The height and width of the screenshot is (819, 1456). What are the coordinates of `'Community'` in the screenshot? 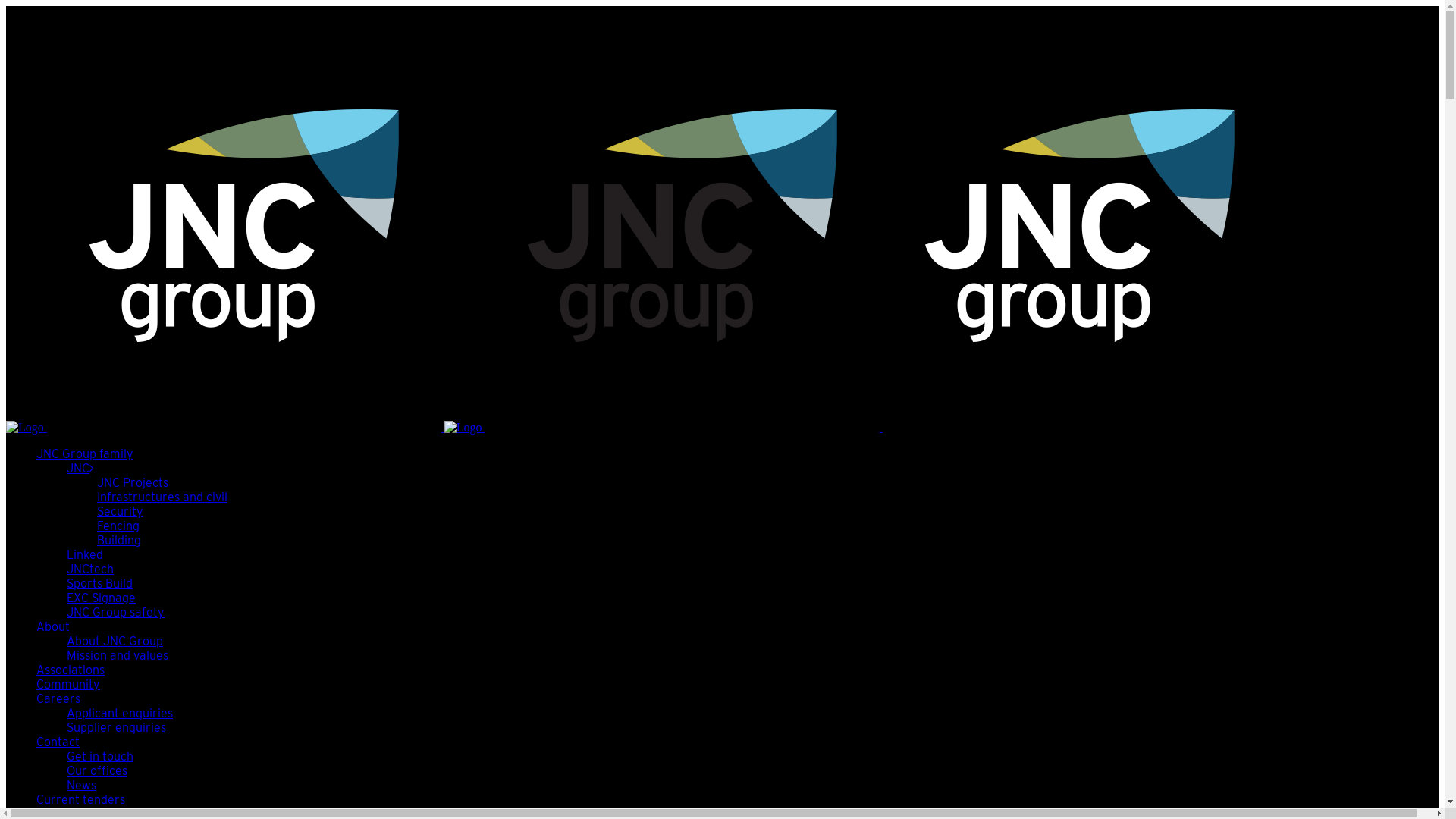 It's located at (67, 684).